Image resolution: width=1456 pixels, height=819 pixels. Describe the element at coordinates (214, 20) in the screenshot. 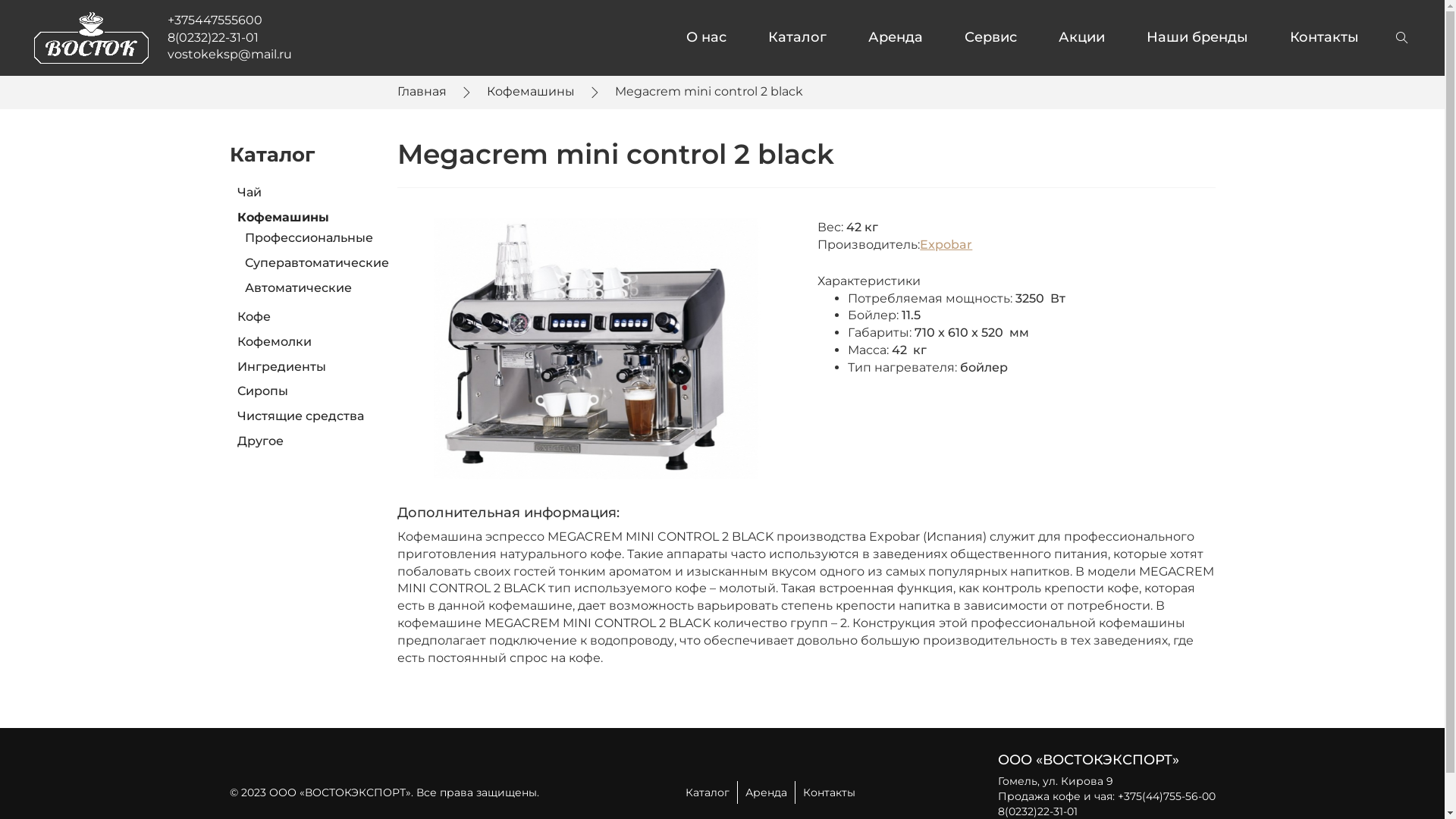

I see `'+375447555600'` at that location.